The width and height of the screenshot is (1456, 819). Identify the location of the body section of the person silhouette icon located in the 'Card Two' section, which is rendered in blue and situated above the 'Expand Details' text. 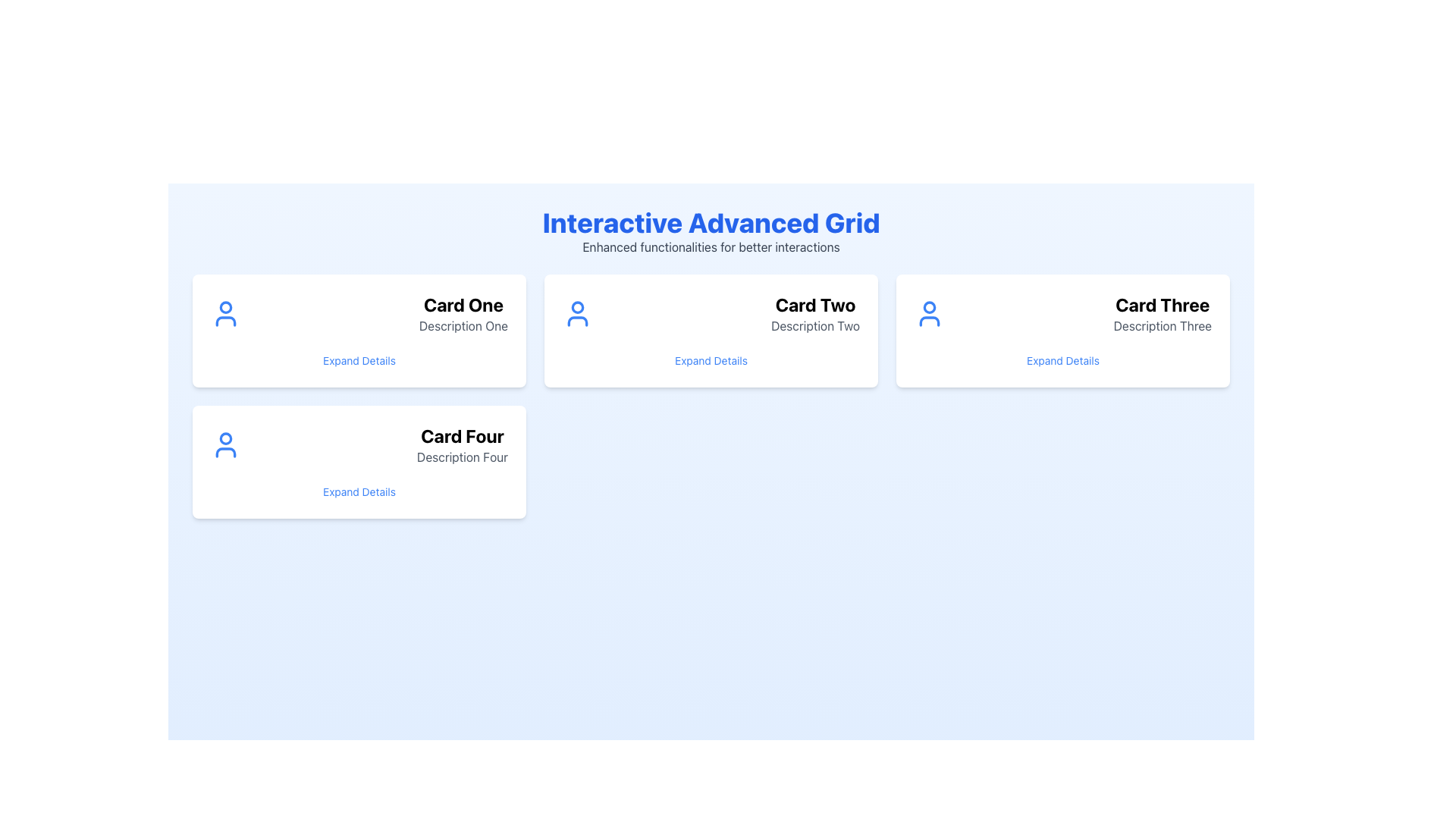
(577, 321).